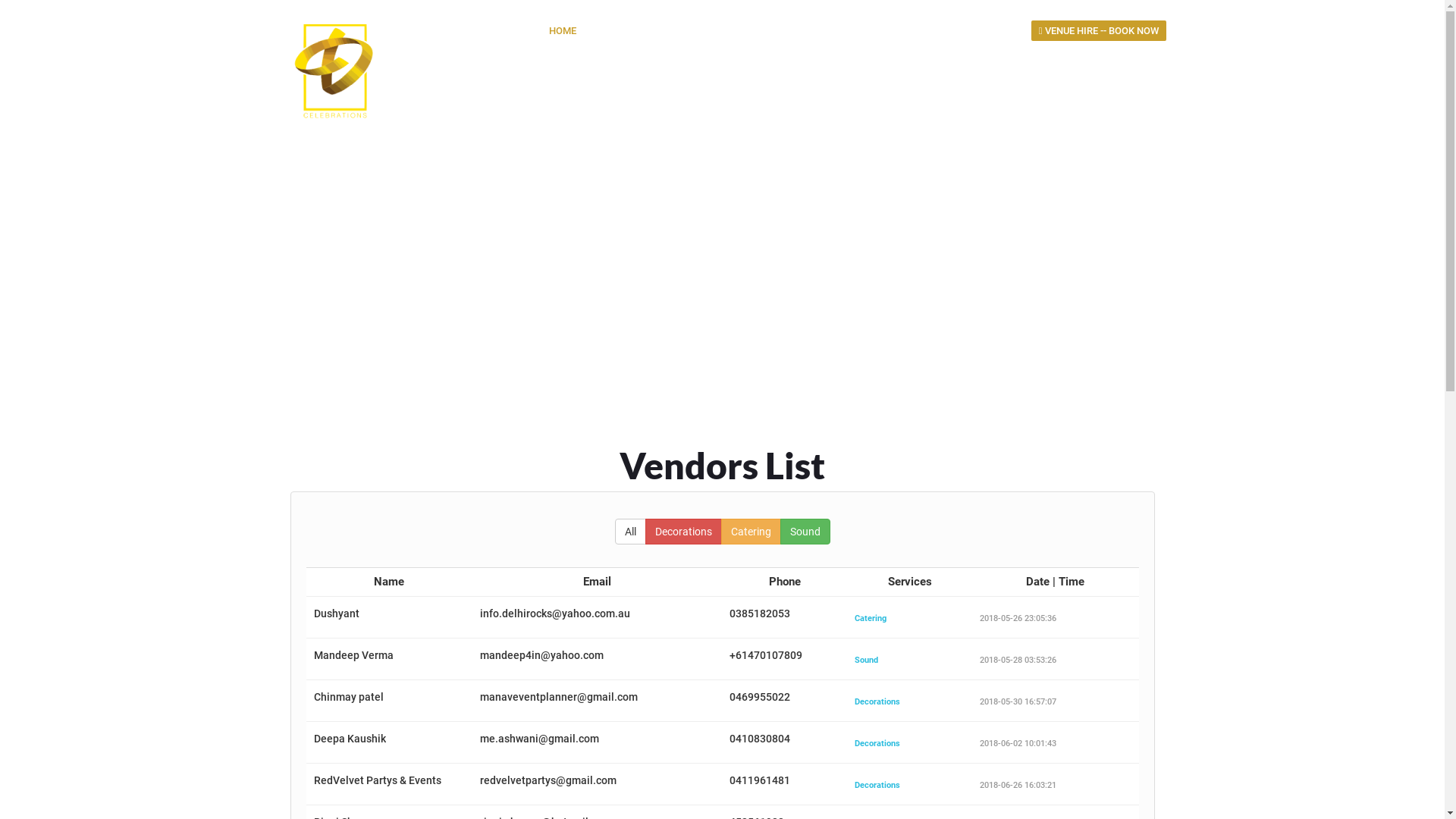 This screenshot has height=819, width=1456. What do you see at coordinates (990, 30) in the screenshot?
I see `'CONTACT'` at bounding box center [990, 30].